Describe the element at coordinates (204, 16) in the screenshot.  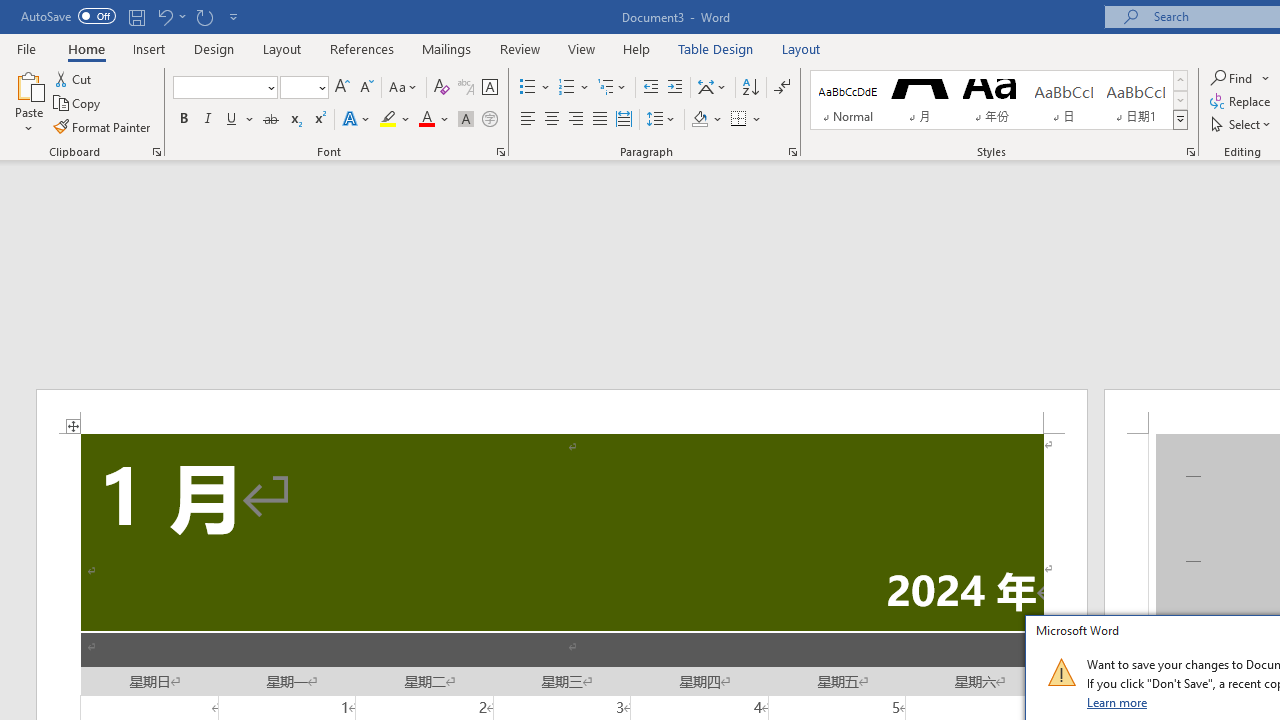
I see `'Repeat Style'` at that location.